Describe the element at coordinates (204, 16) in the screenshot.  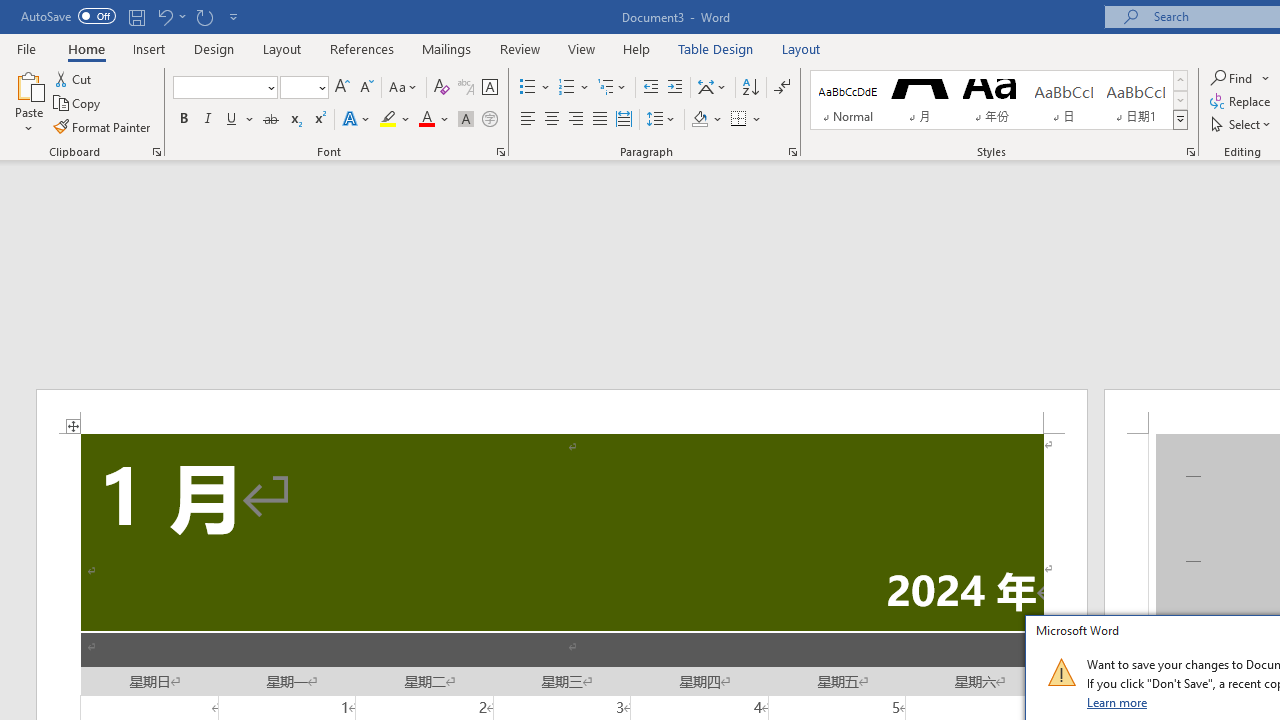
I see `'Repeat Style'` at that location.